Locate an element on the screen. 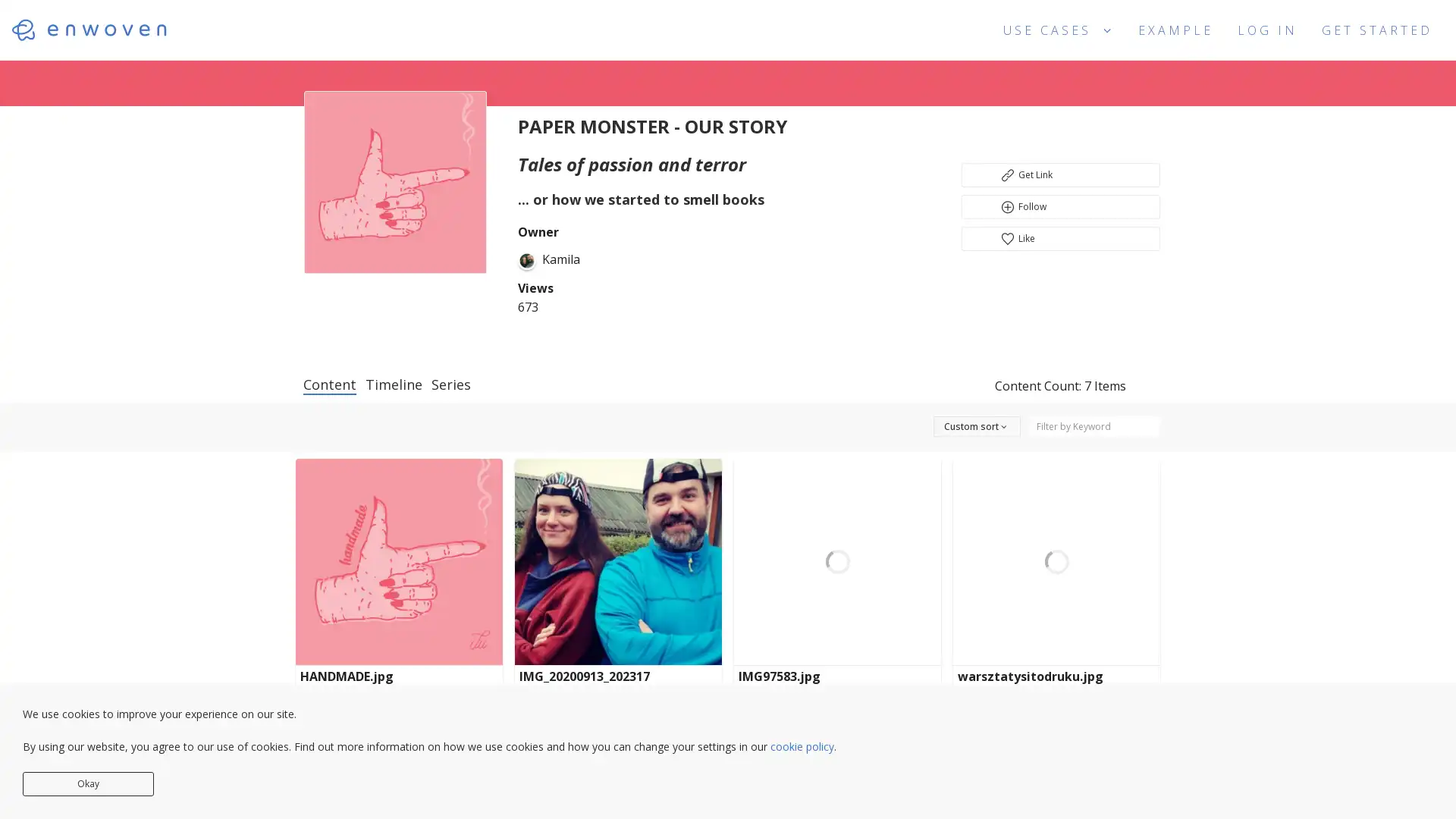 The image size is (1456, 819). Like is located at coordinates (1059, 239).